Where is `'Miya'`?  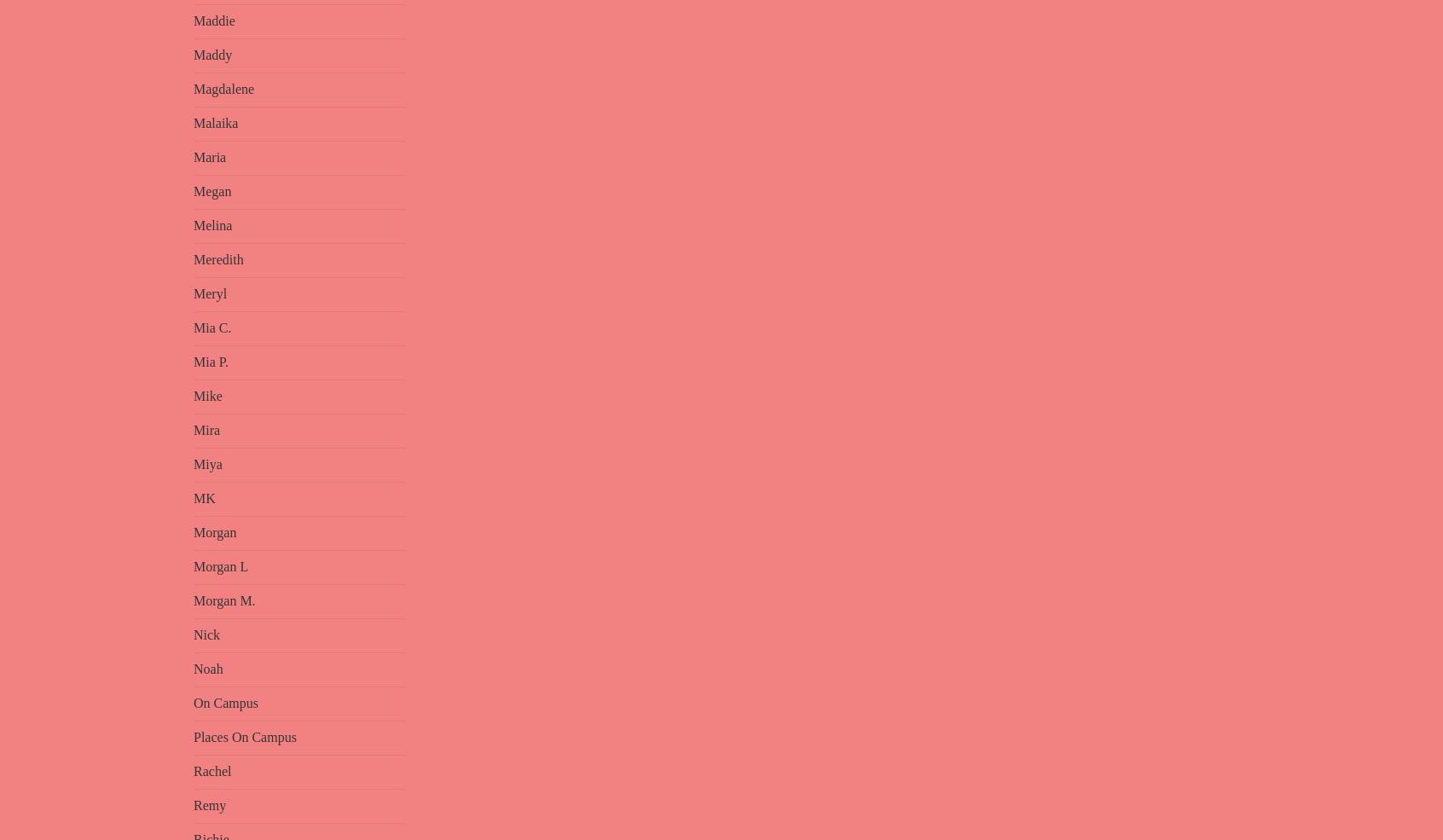 'Miya' is located at coordinates (207, 464).